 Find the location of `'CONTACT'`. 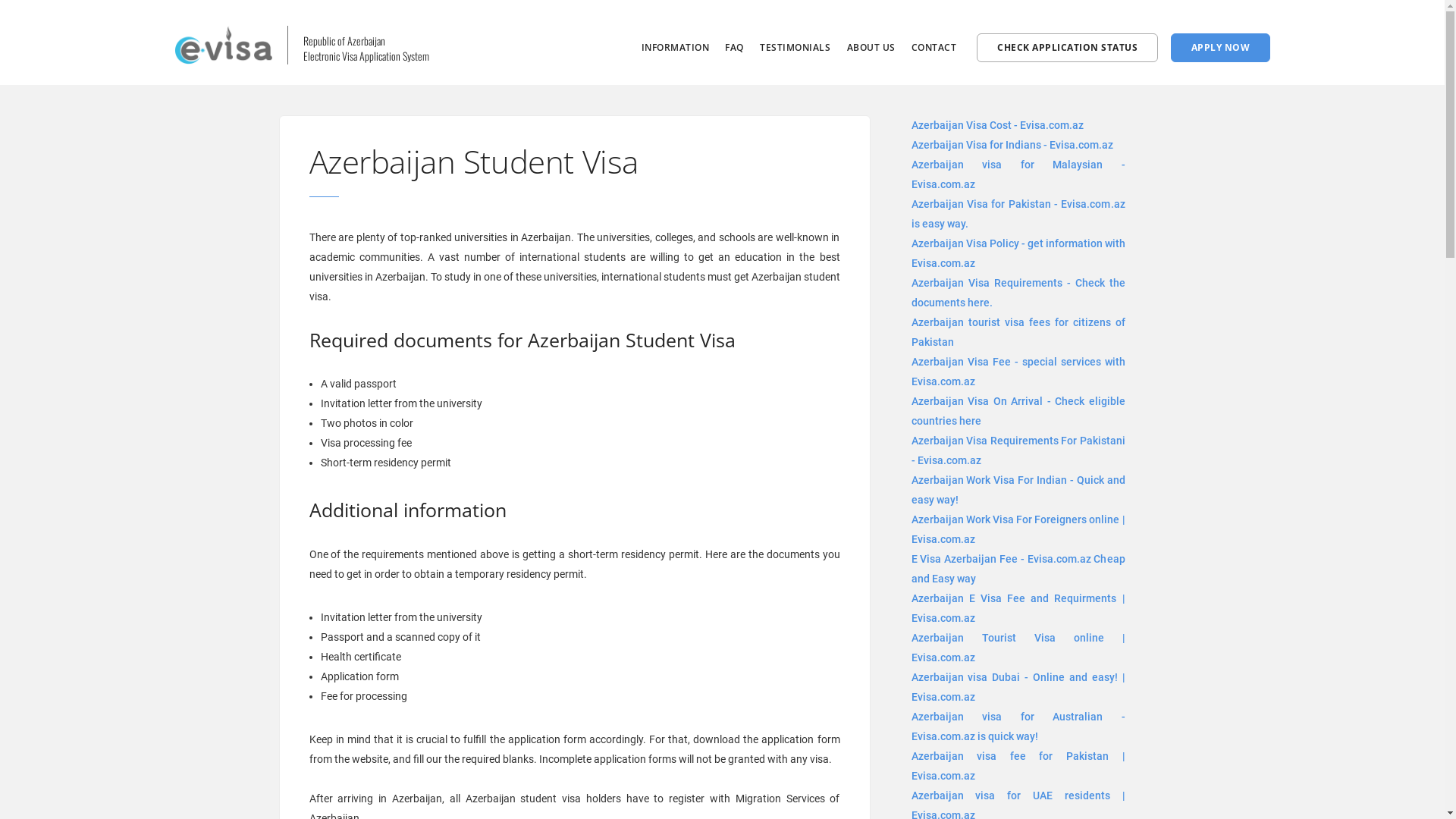

'CONTACT' is located at coordinates (910, 46).